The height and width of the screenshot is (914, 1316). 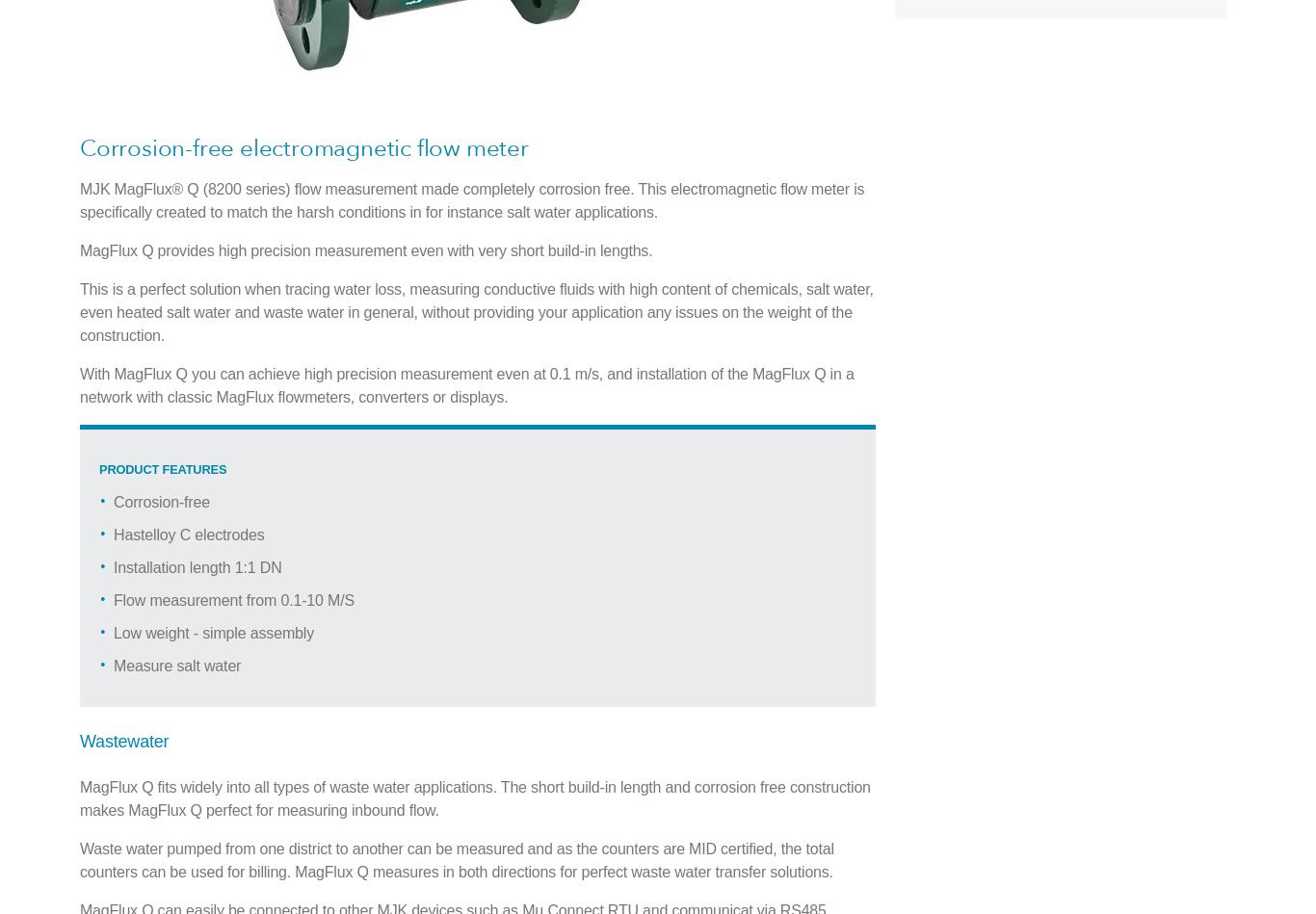 What do you see at coordinates (460, 13) in the screenshot?
I see `'Why am I seeing this?'` at bounding box center [460, 13].